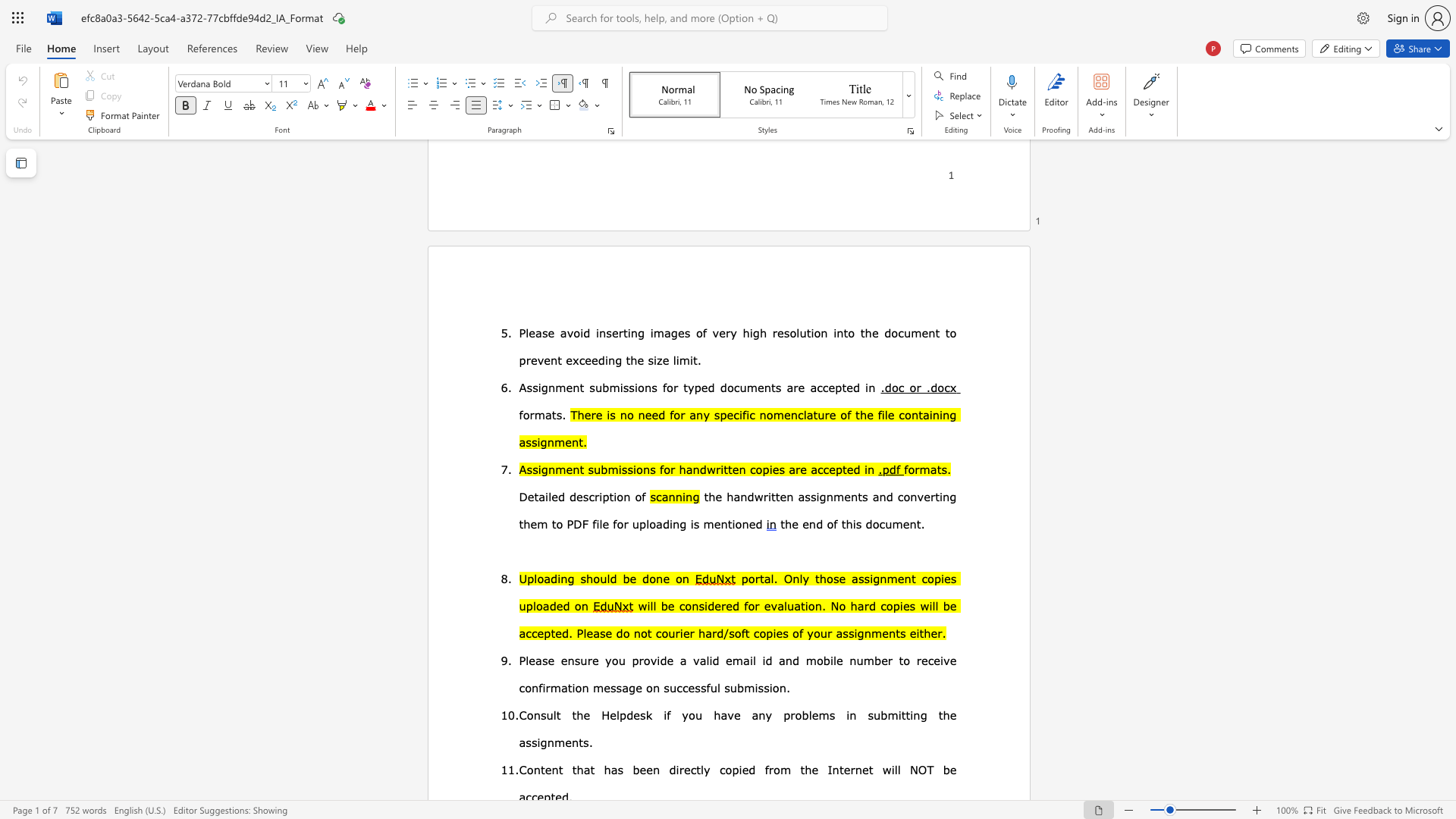 Image resolution: width=1456 pixels, height=819 pixels. I want to click on the subset text "oblem" within the text "Consult the Helpdesk if you have any problems in", so click(794, 714).